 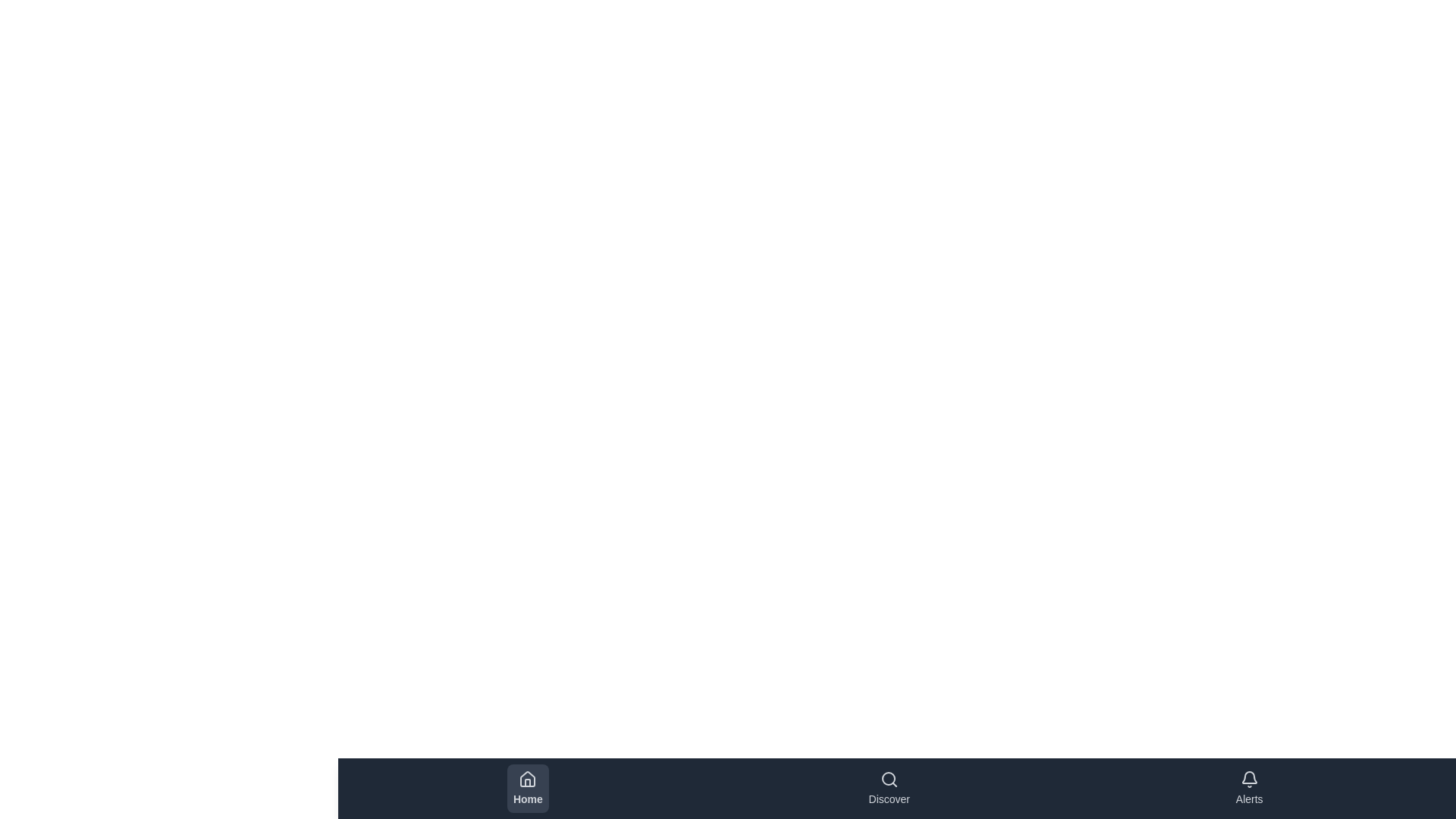 What do you see at coordinates (1248, 788) in the screenshot?
I see `the Alerts tab to observe its hover effect` at bounding box center [1248, 788].